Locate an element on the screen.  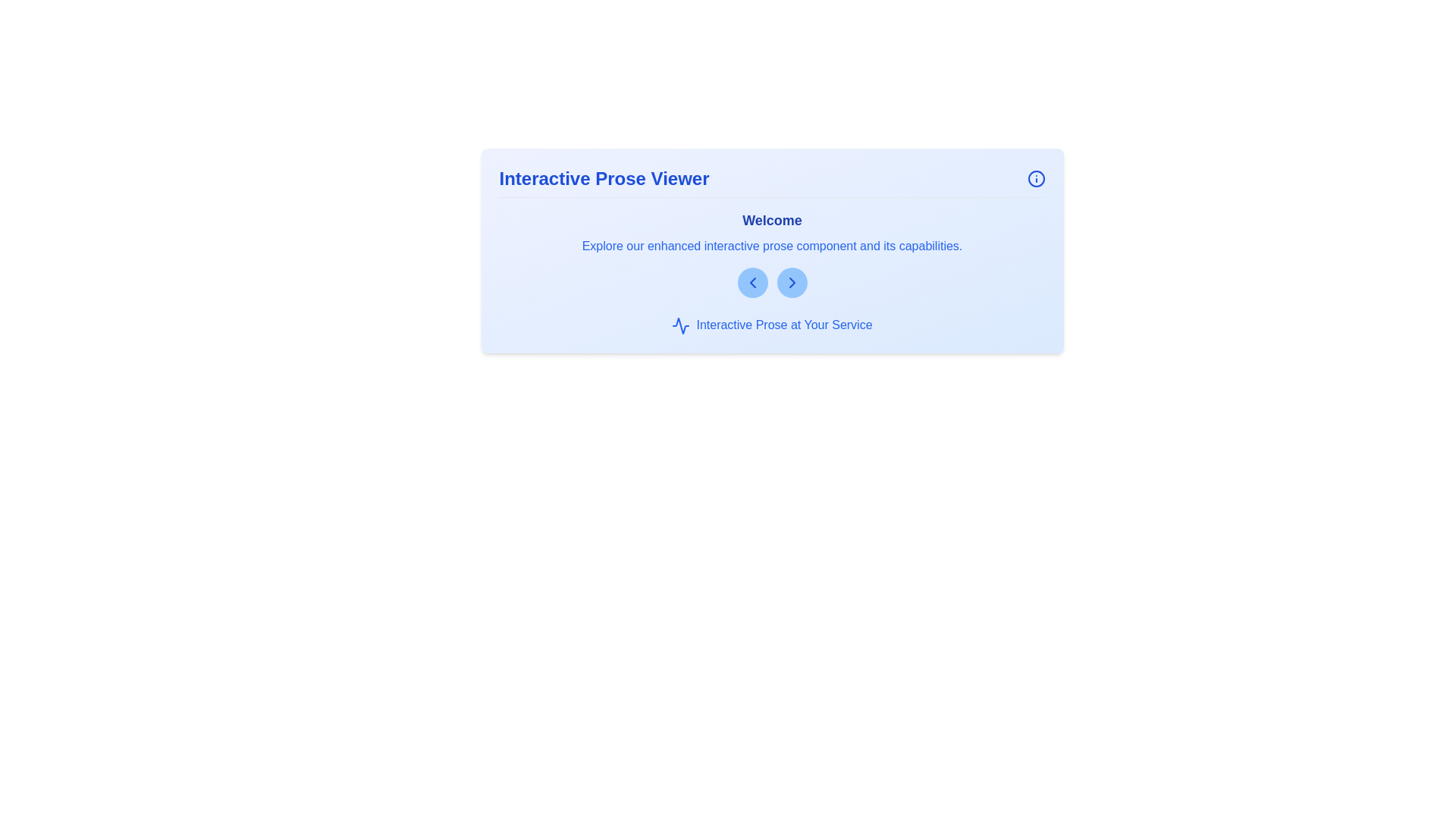
the left-pointing arrow SVG icon located in the middle of the panel under the 'Welcome' heading to potentially reveal additional information or highlight the element is located at coordinates (752, 283).